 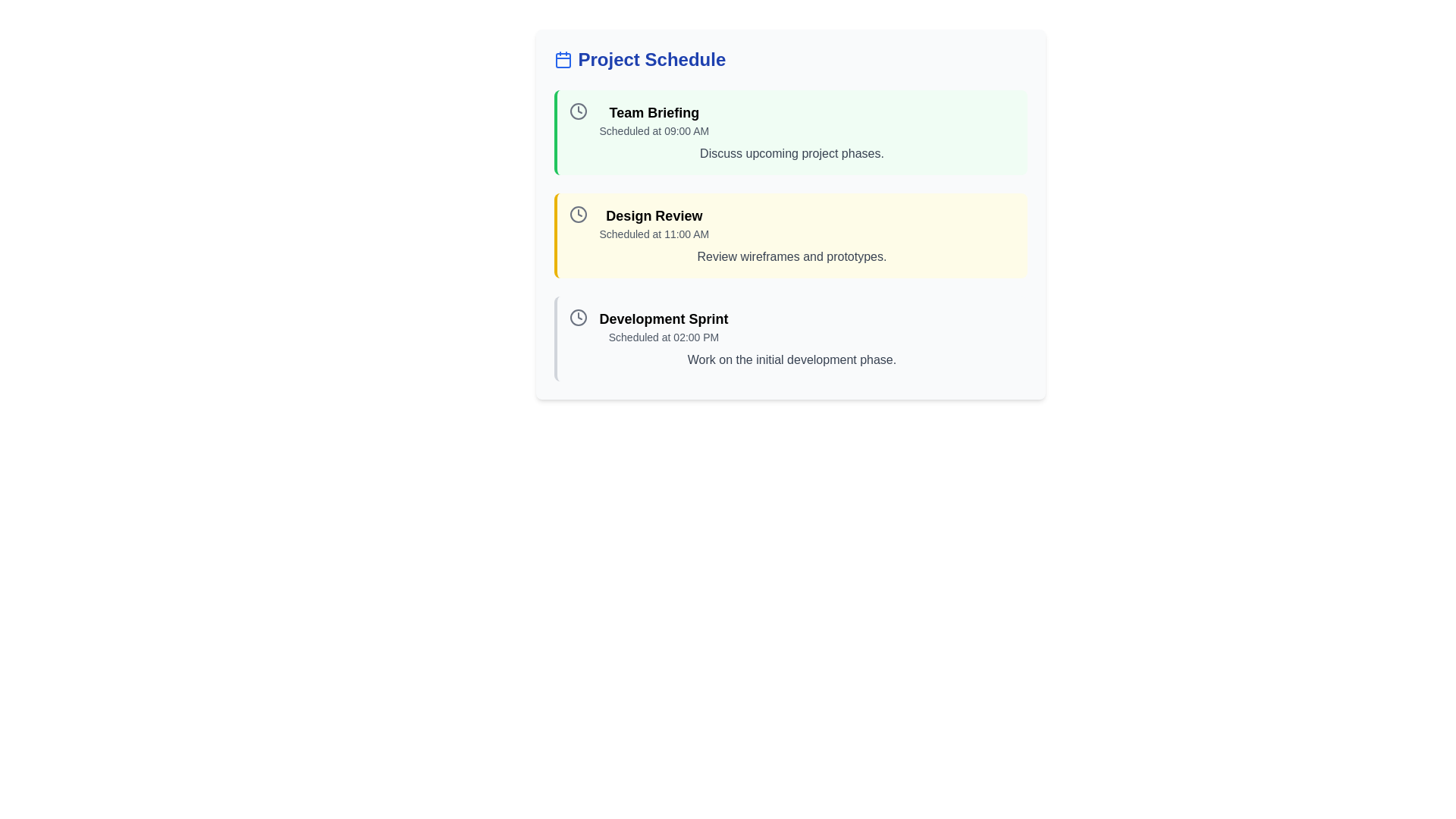 I want to click on the title text label of the second schedule item in the vertically aligned list of events, so click(x=654, y=216).